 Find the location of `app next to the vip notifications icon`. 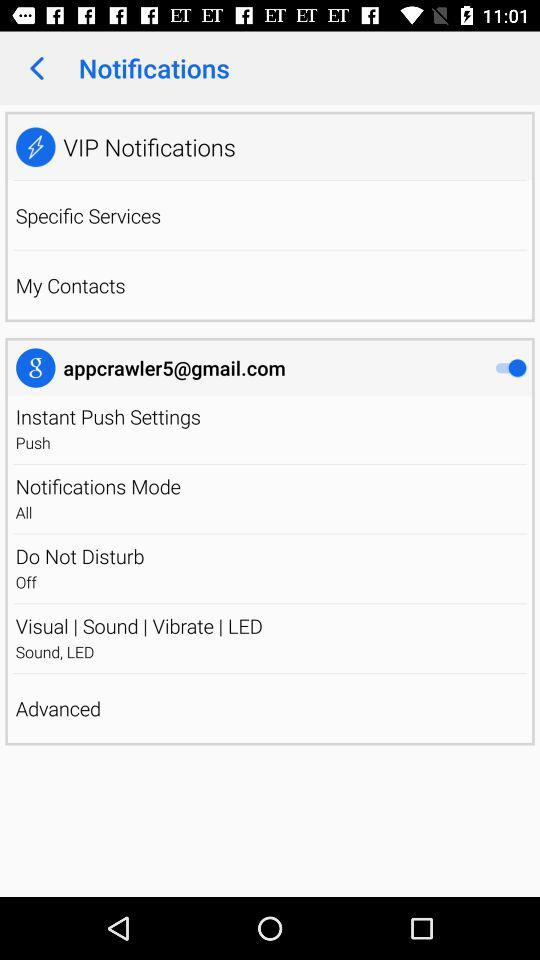

app next to the vip notifications icon is located at coordinates (35, 146).